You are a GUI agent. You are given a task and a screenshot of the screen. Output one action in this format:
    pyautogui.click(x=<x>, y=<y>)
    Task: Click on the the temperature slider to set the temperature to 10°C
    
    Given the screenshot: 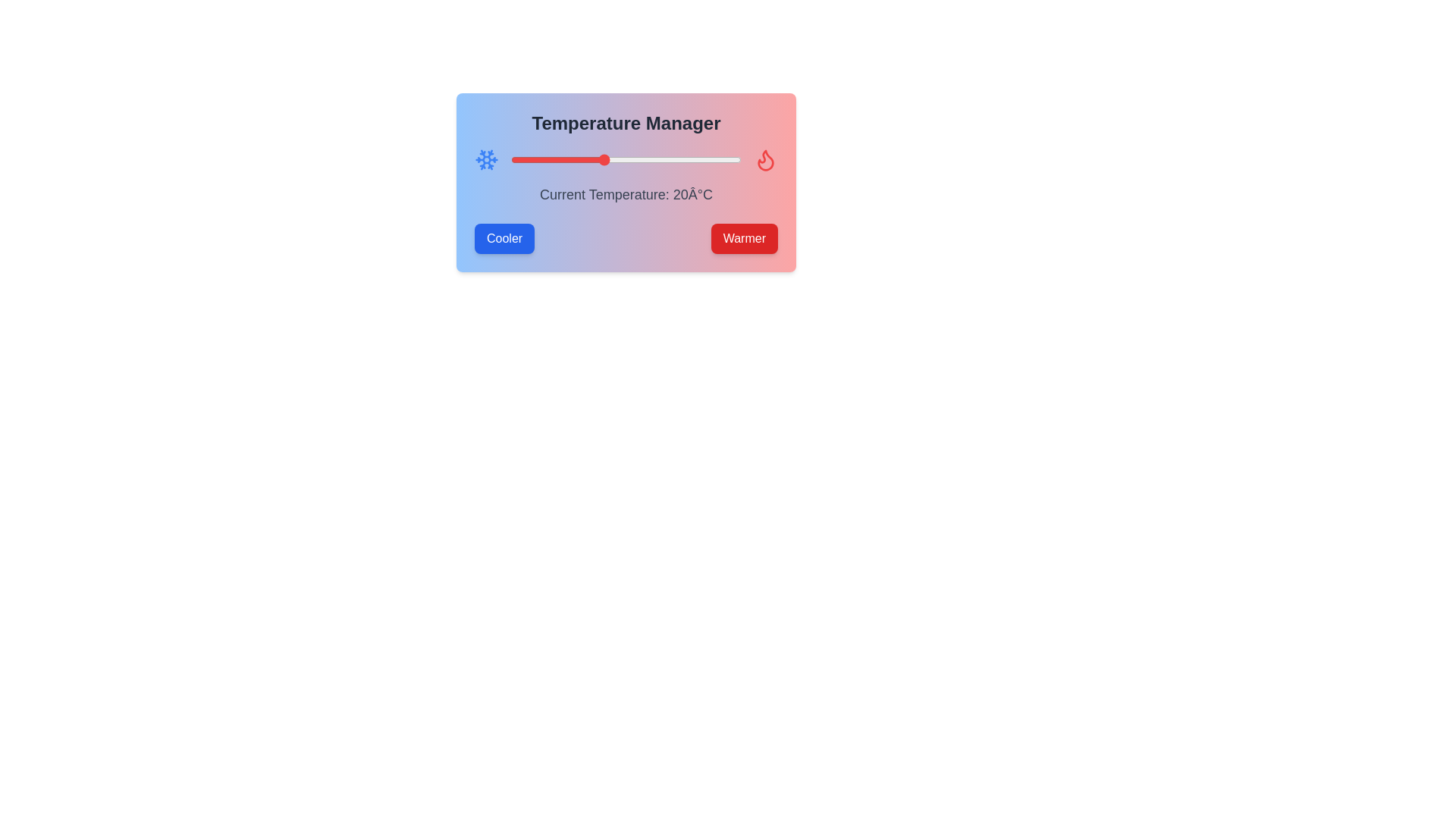 What is the action you would take?
    pyautogui.click(x=556, y=160)
    